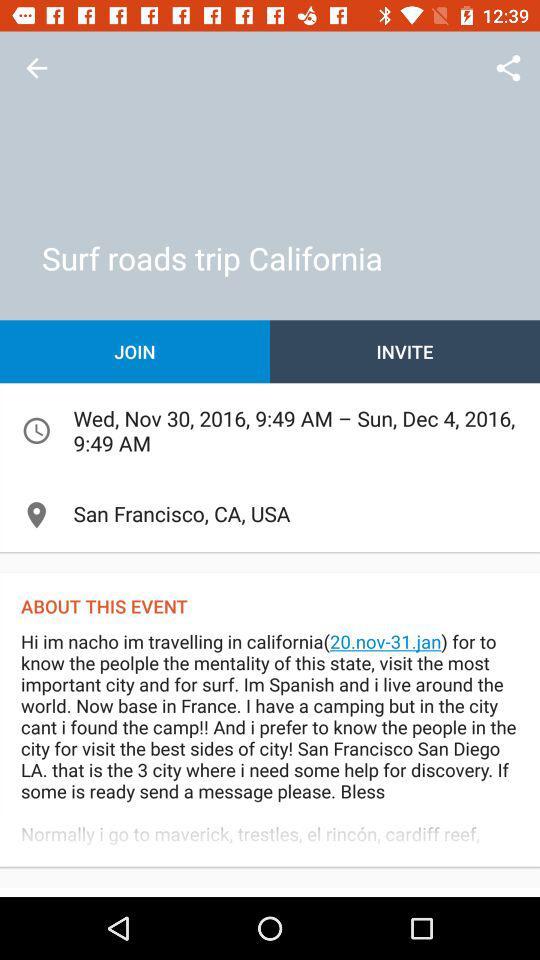 This screenshot has height=960, width=540. Describe the element at coordinates (135, 351) in the screenshot. I see `join item` at that location.